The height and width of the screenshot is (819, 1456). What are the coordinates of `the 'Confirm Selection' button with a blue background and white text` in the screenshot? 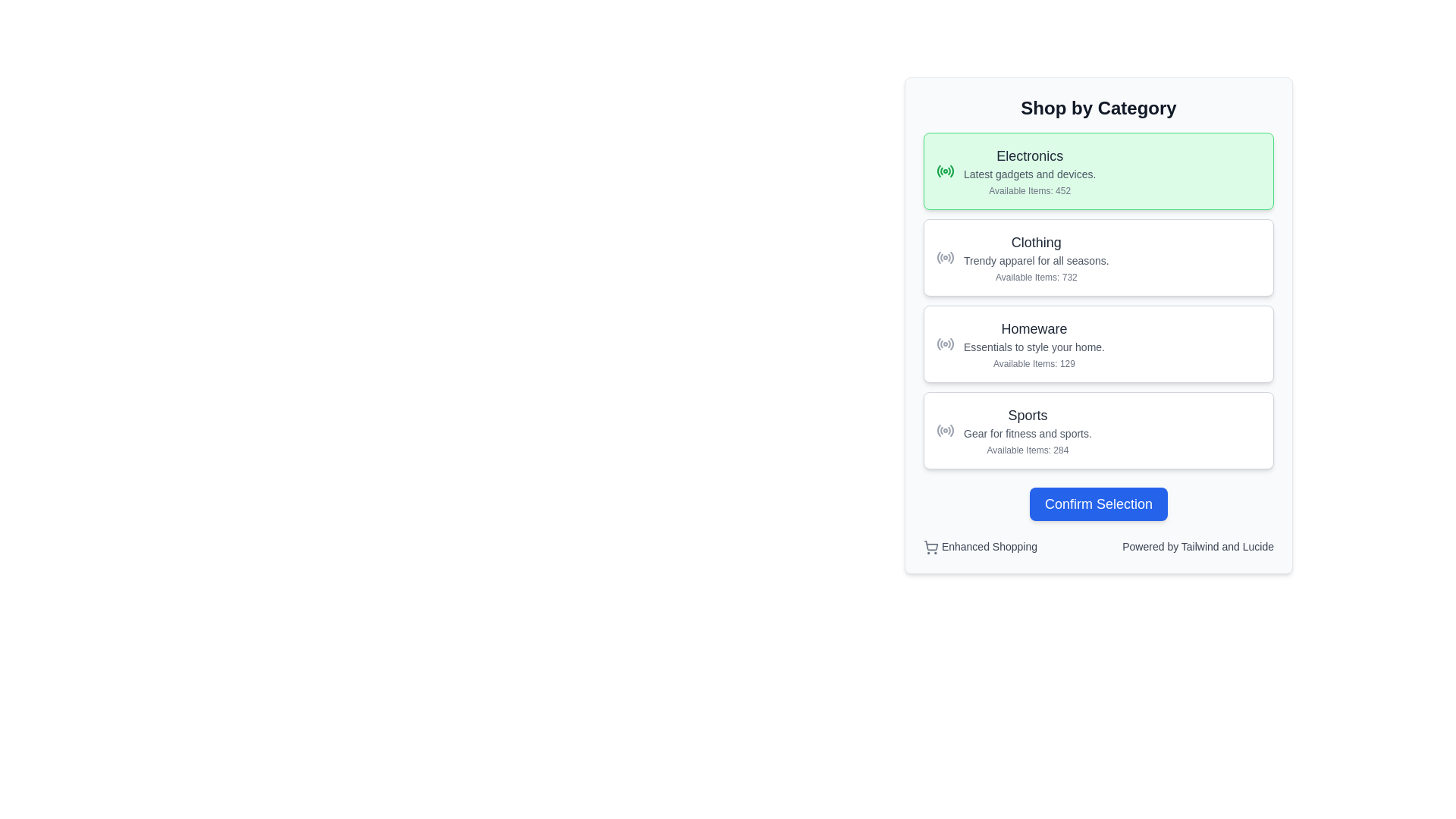 It's located at (1099, 504).